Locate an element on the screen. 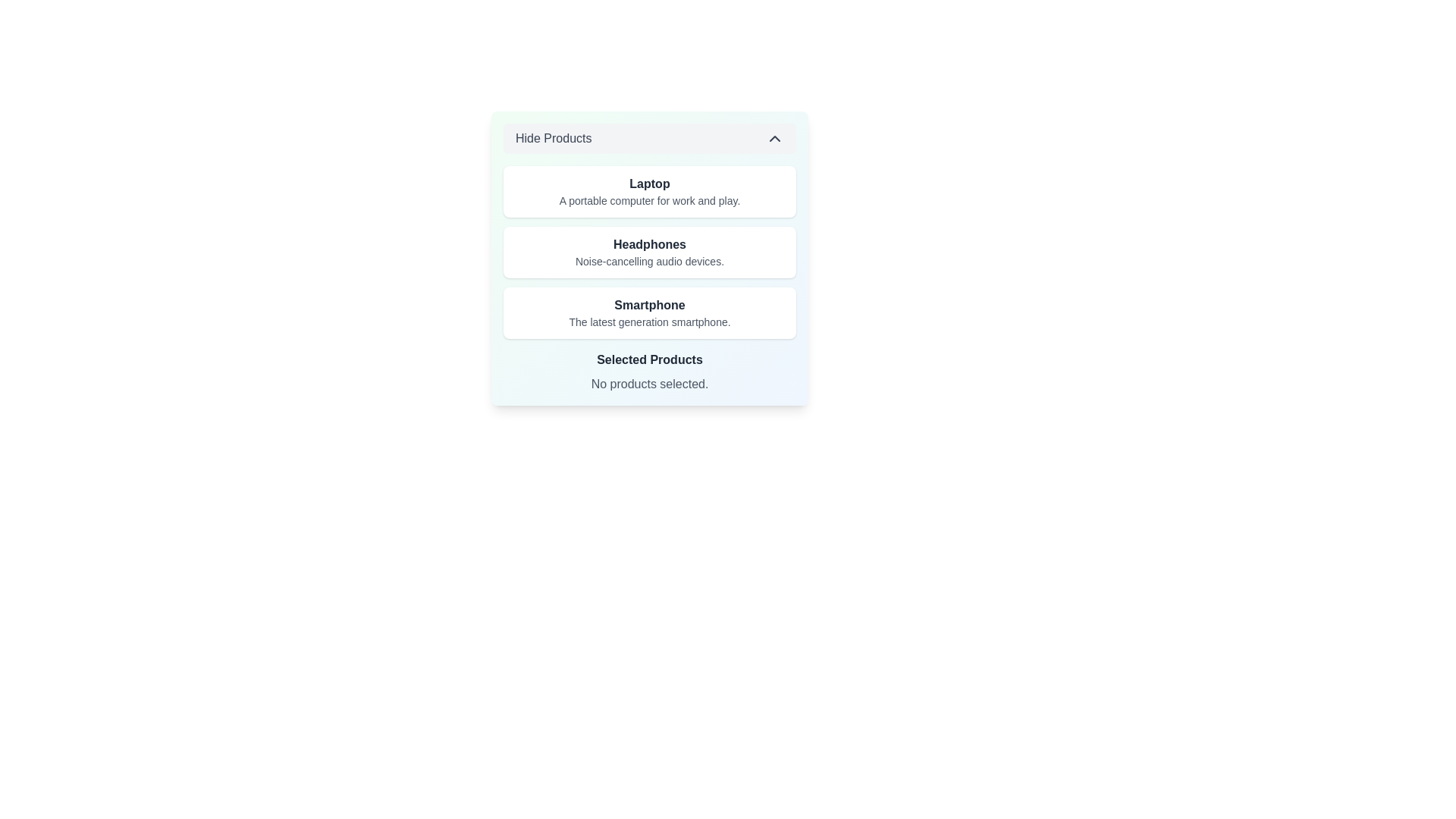  the 'Hide Products' collapsible header, which has a light gray background and an upward chevron icon is located at coordinates (650, 138).